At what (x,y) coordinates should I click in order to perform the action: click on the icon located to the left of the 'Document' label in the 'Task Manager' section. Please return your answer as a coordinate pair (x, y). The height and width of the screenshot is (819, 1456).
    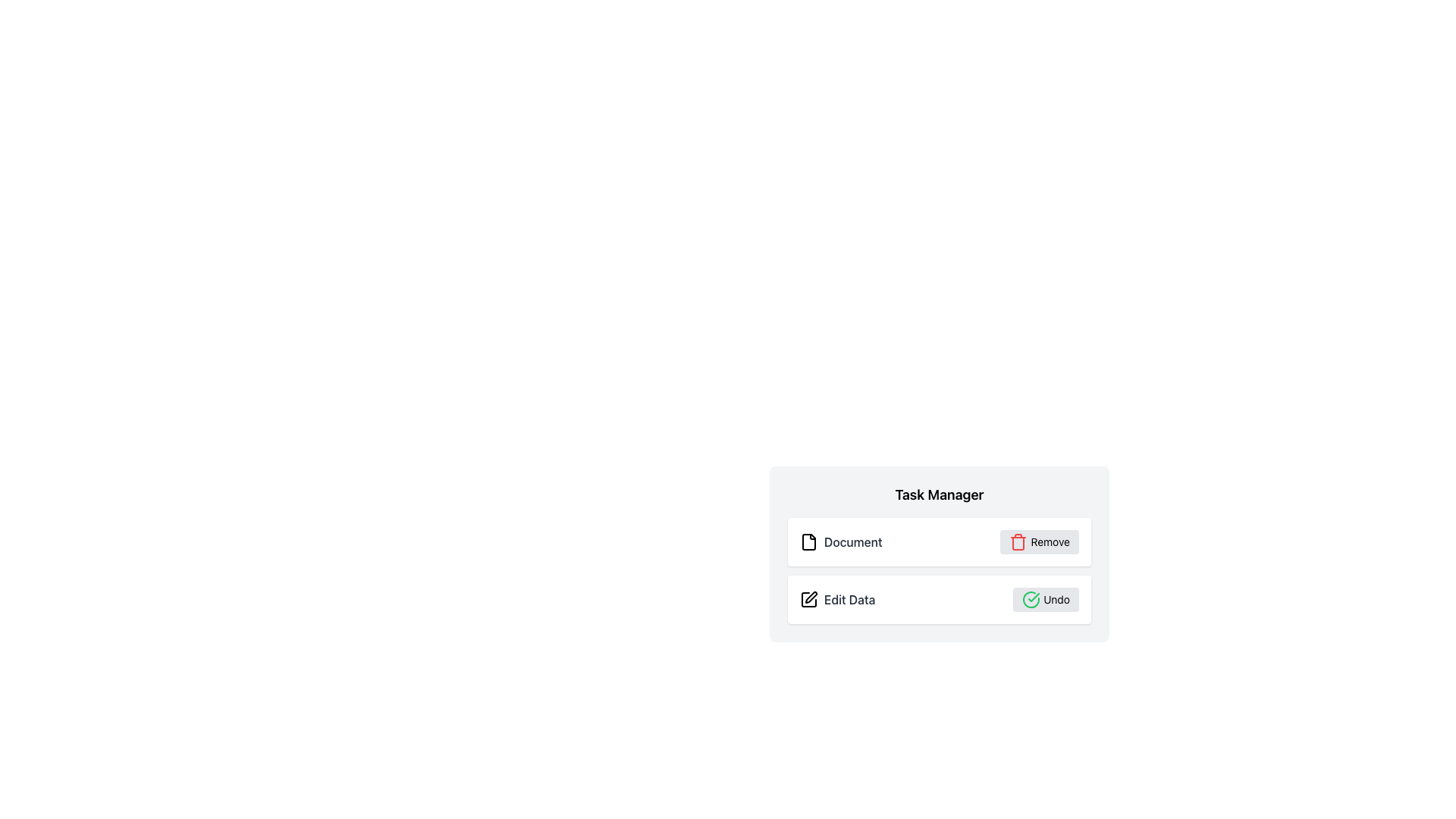
    Looking at the image, I should click on (808, 541).